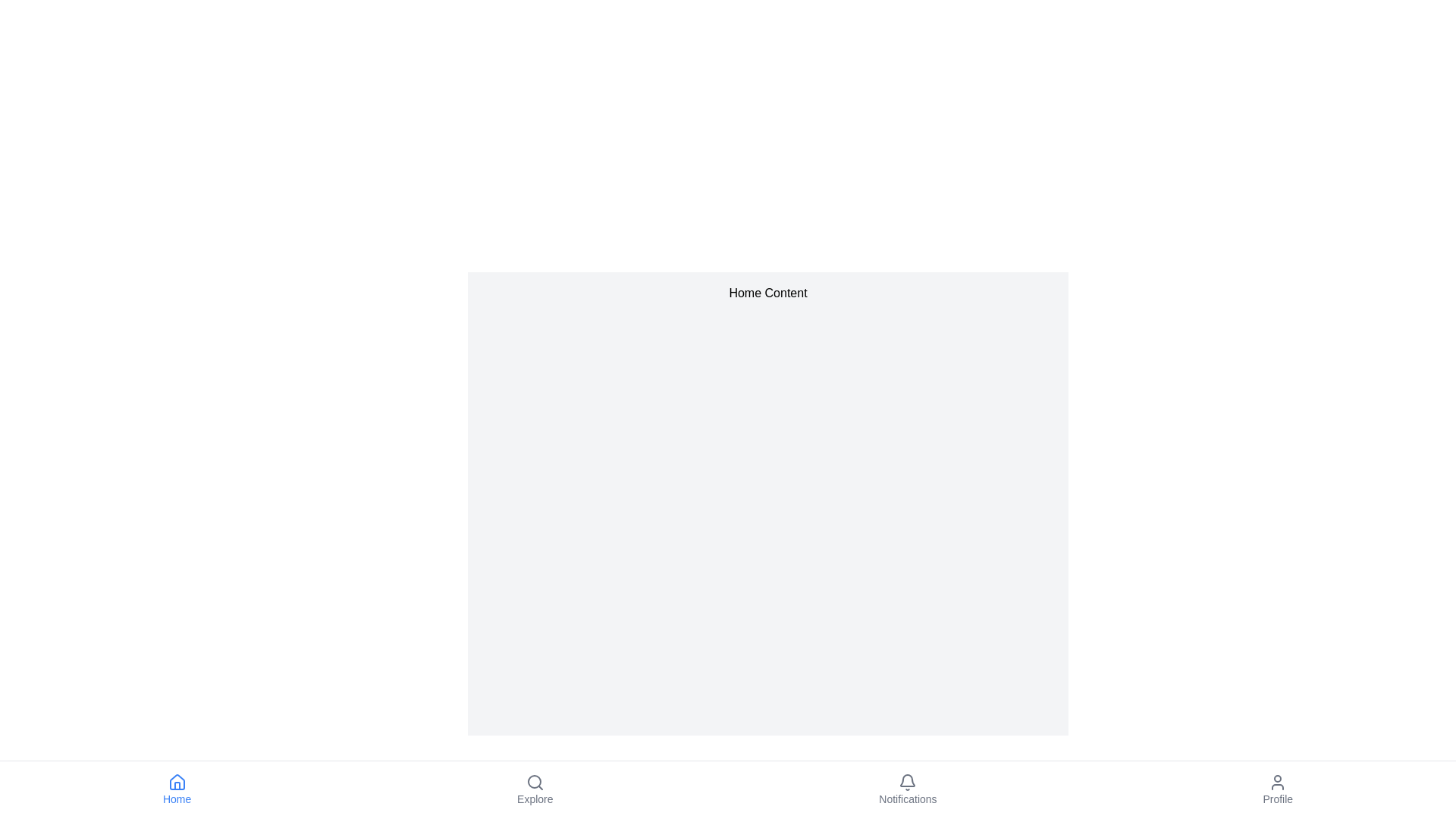  Describe the element at coordinates (908, 789) in the screenshot. I see `the 'Notifications' button, which is the third item in the bottom navigation bar, displaying a bell icon with a label below it` at that location.